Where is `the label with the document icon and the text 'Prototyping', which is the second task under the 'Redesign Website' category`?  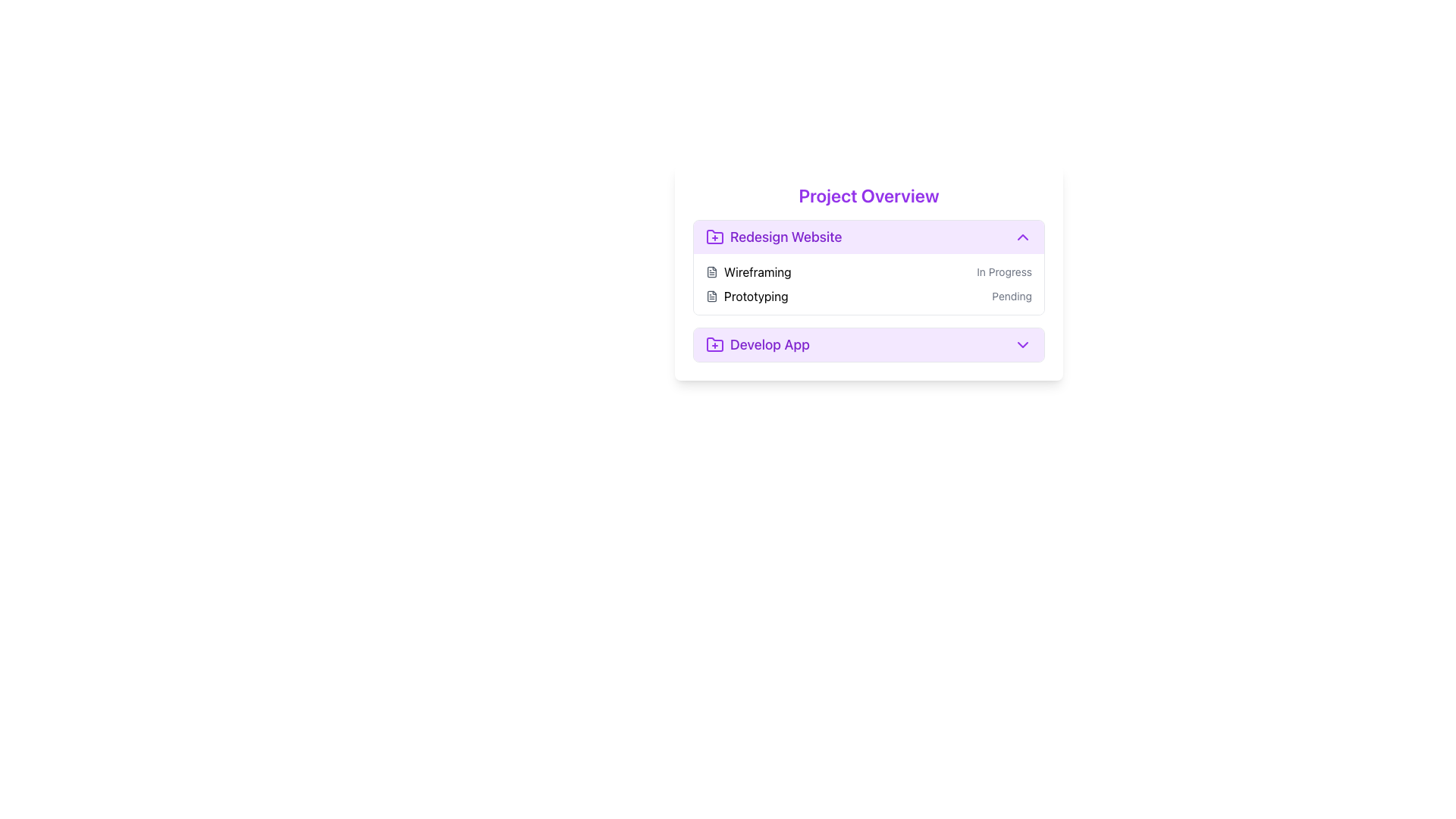 the label with the document icon and the text 'Prototyping', which is the second task under the 'Redesign Website' category is located at coordinates (747, 296).